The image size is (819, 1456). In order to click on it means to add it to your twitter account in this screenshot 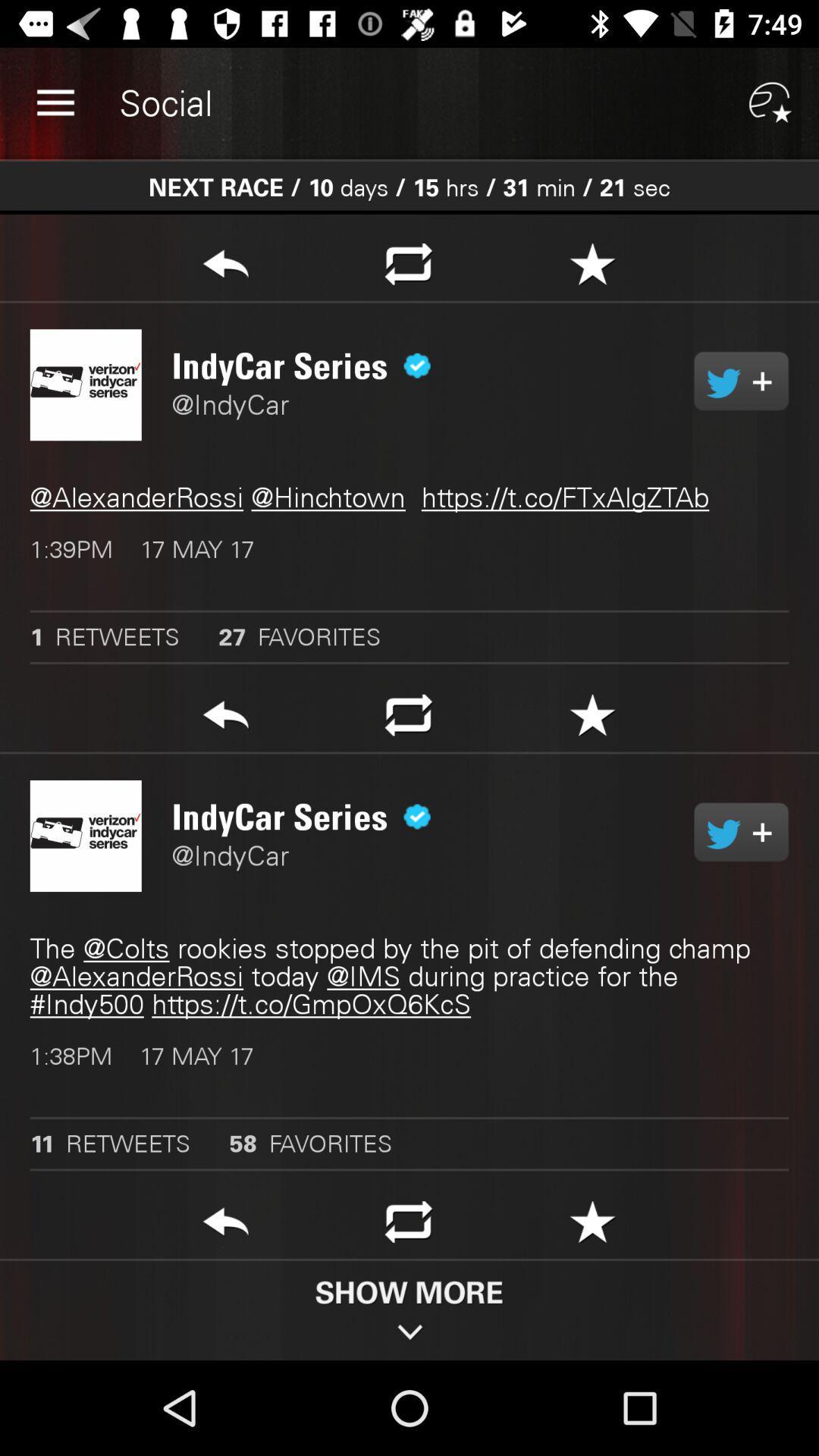, I will do `click(740, 381)`.